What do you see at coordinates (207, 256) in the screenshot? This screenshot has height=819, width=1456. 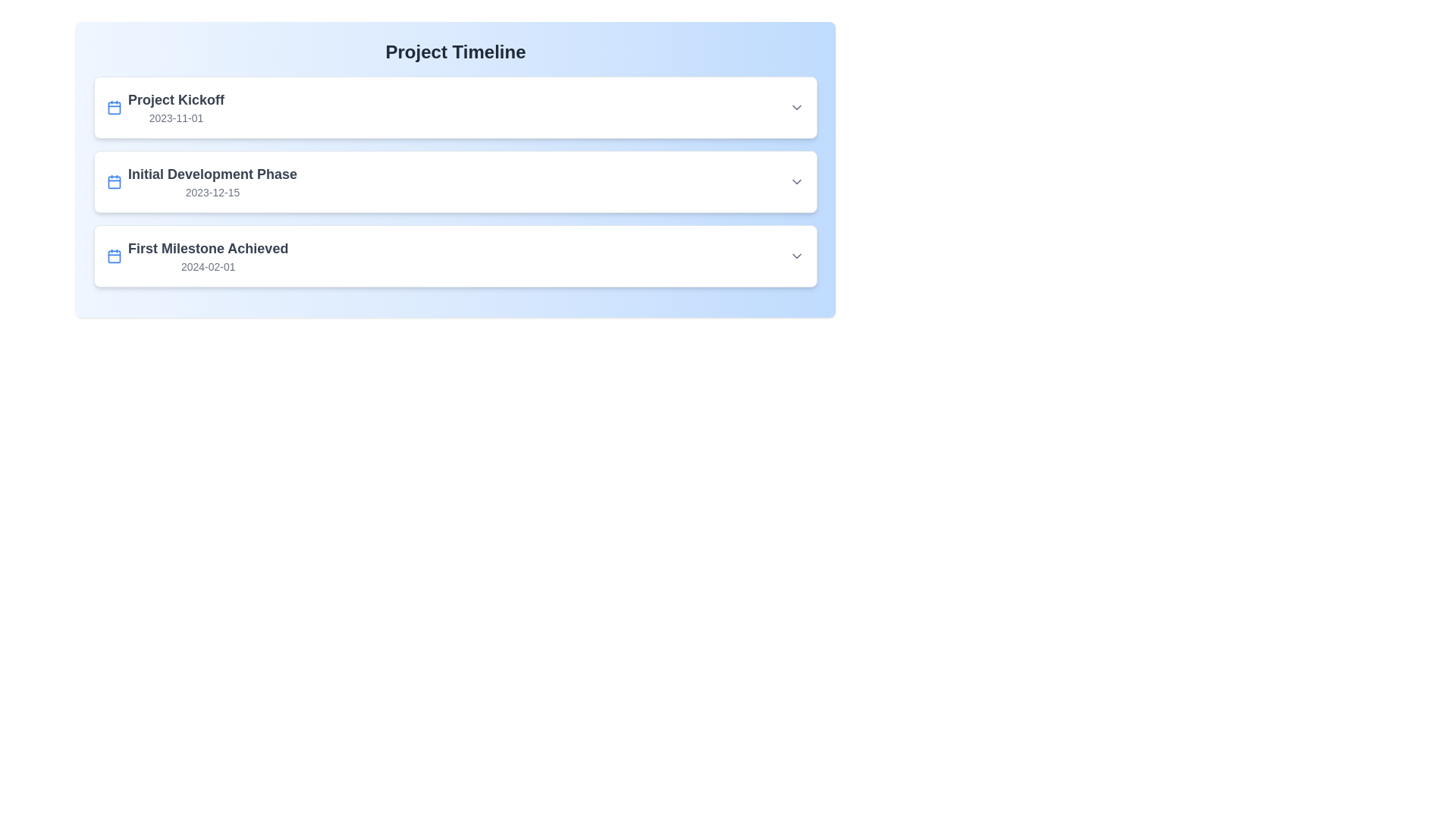 I see `the third entry in the vertically stacked list of milestones, which displays the milestone's title and associated date, located in the 'Project Timeline' section` at bounding box center [207, 256].